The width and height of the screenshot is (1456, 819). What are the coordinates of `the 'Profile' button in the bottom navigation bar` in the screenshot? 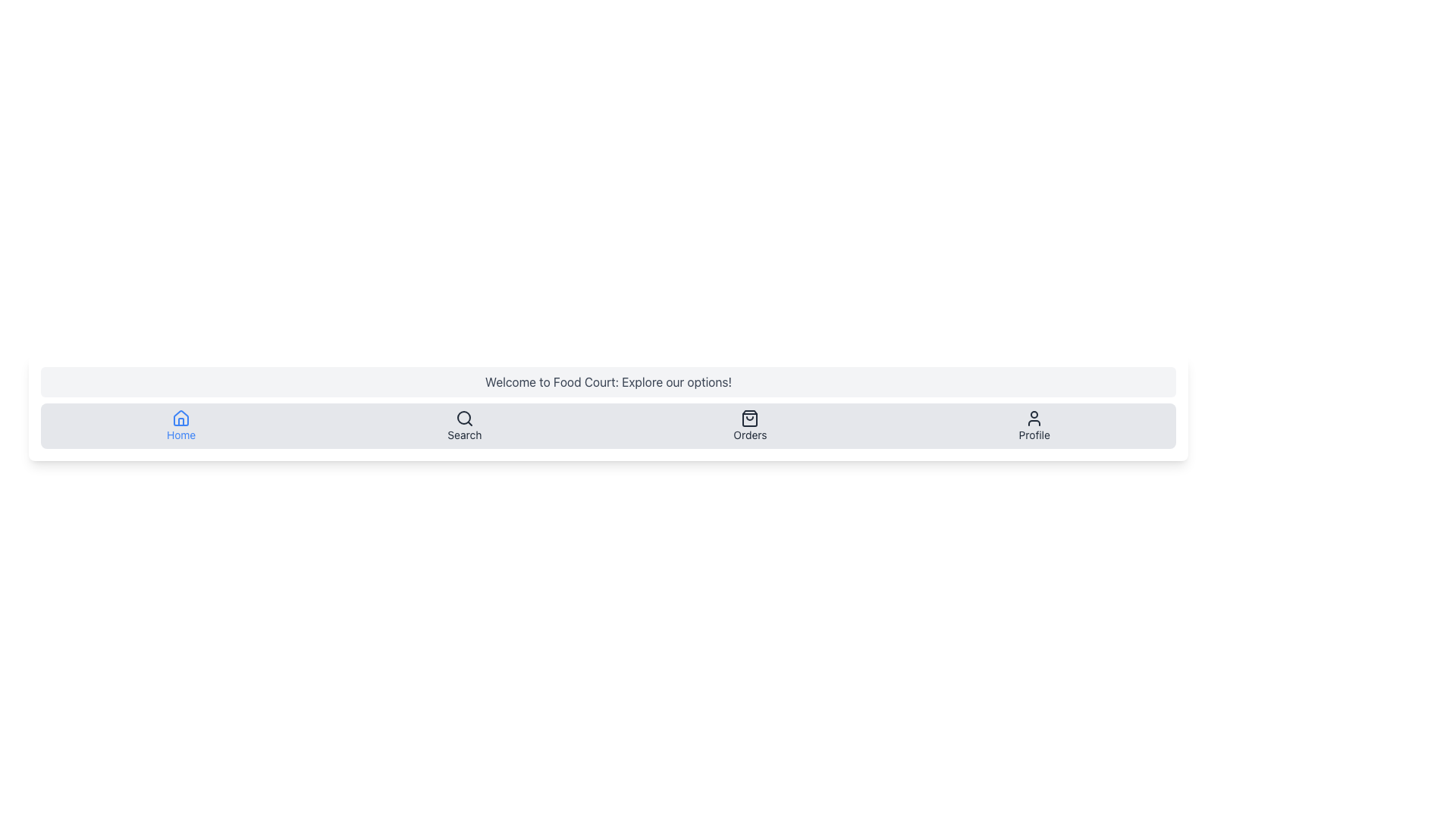 It's located at (1034, 426).